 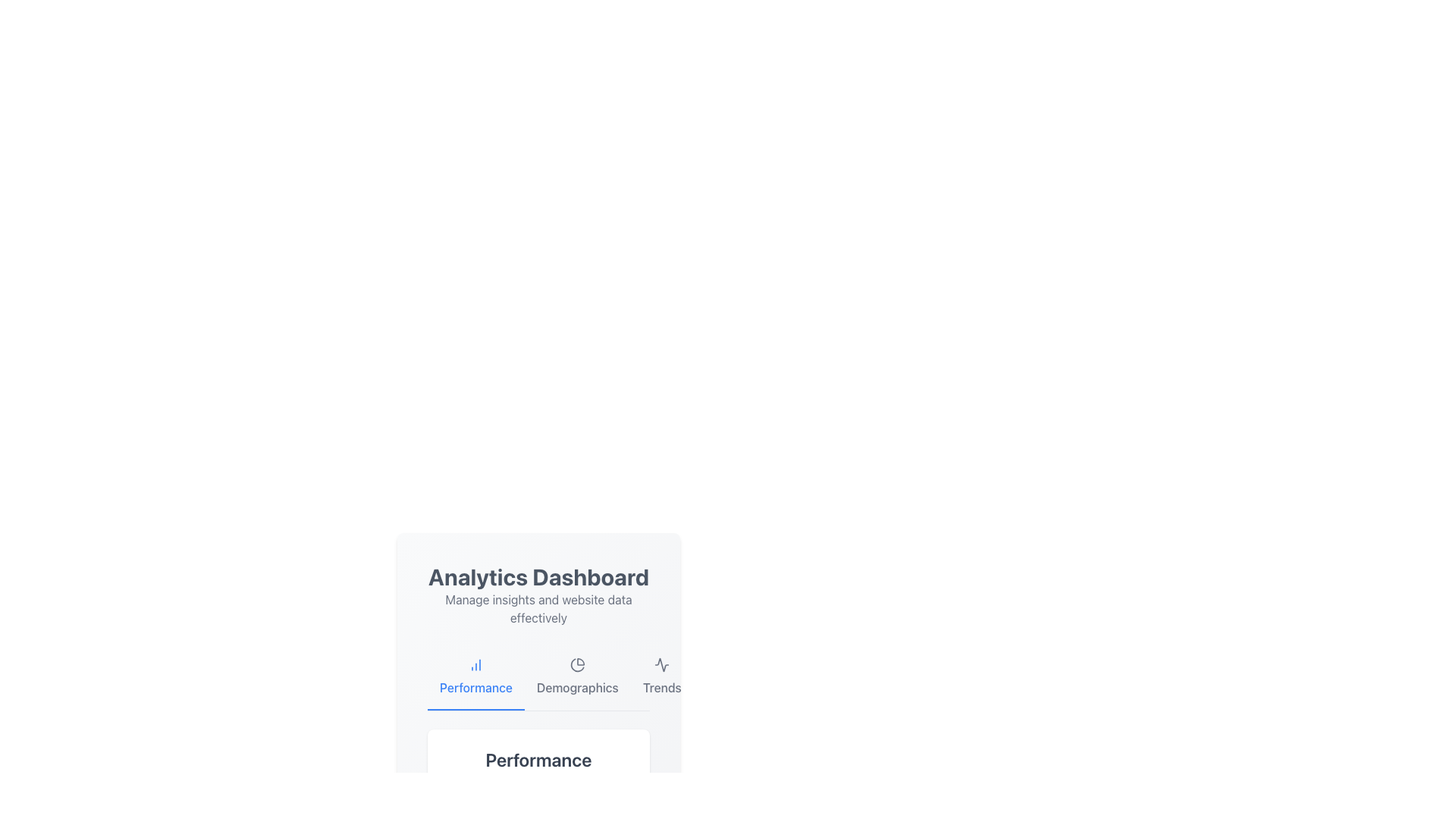 What do you see at coordinates (576, 664) in the screenshot?
I see `the pie chart icon in the 'Demographics' section of the navbar, located between the 'Performance' and 'Trends' icons` at bounding box center [576, 664].